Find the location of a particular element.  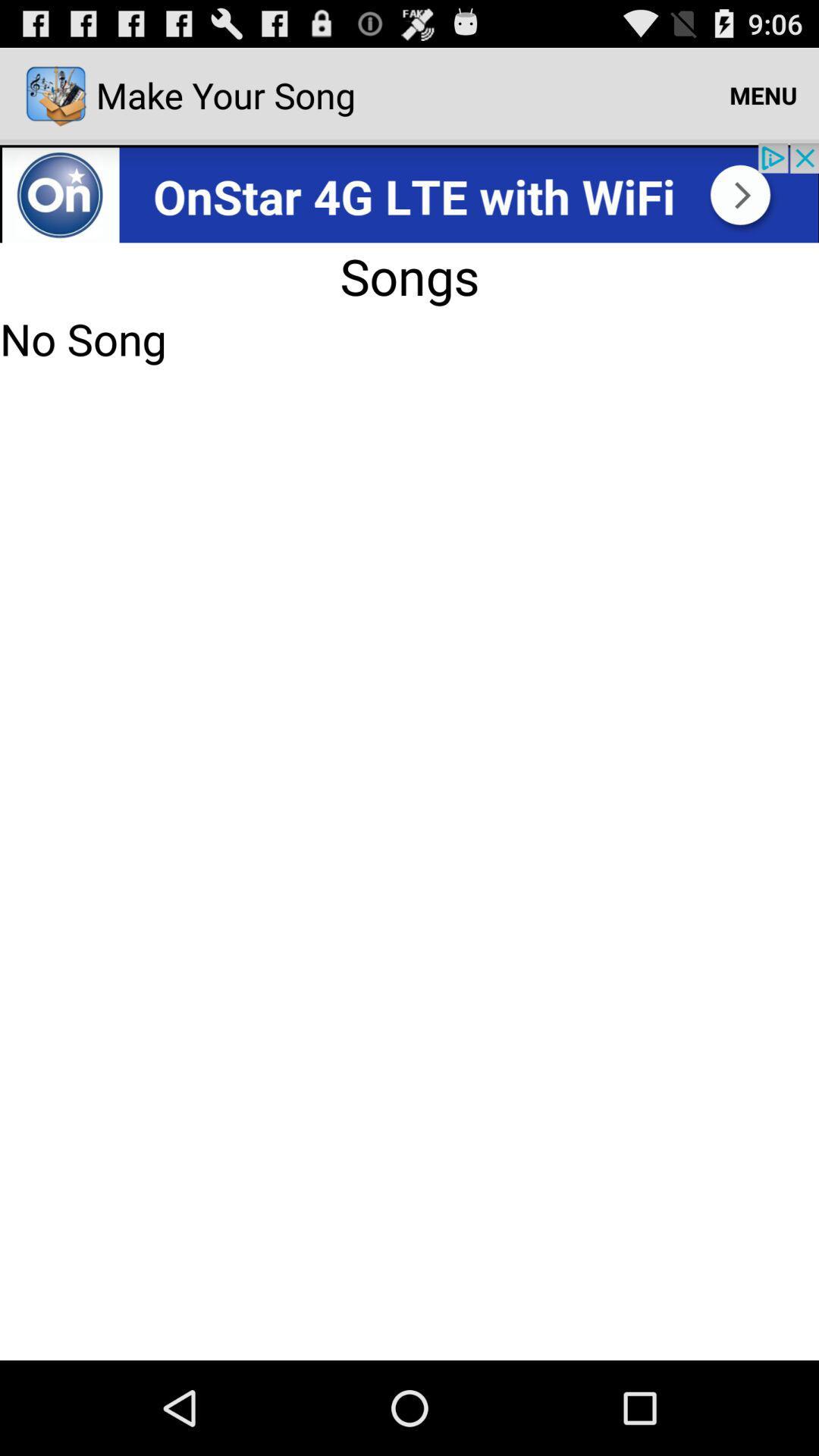

advertising bar is located at coordinates (409, 192).